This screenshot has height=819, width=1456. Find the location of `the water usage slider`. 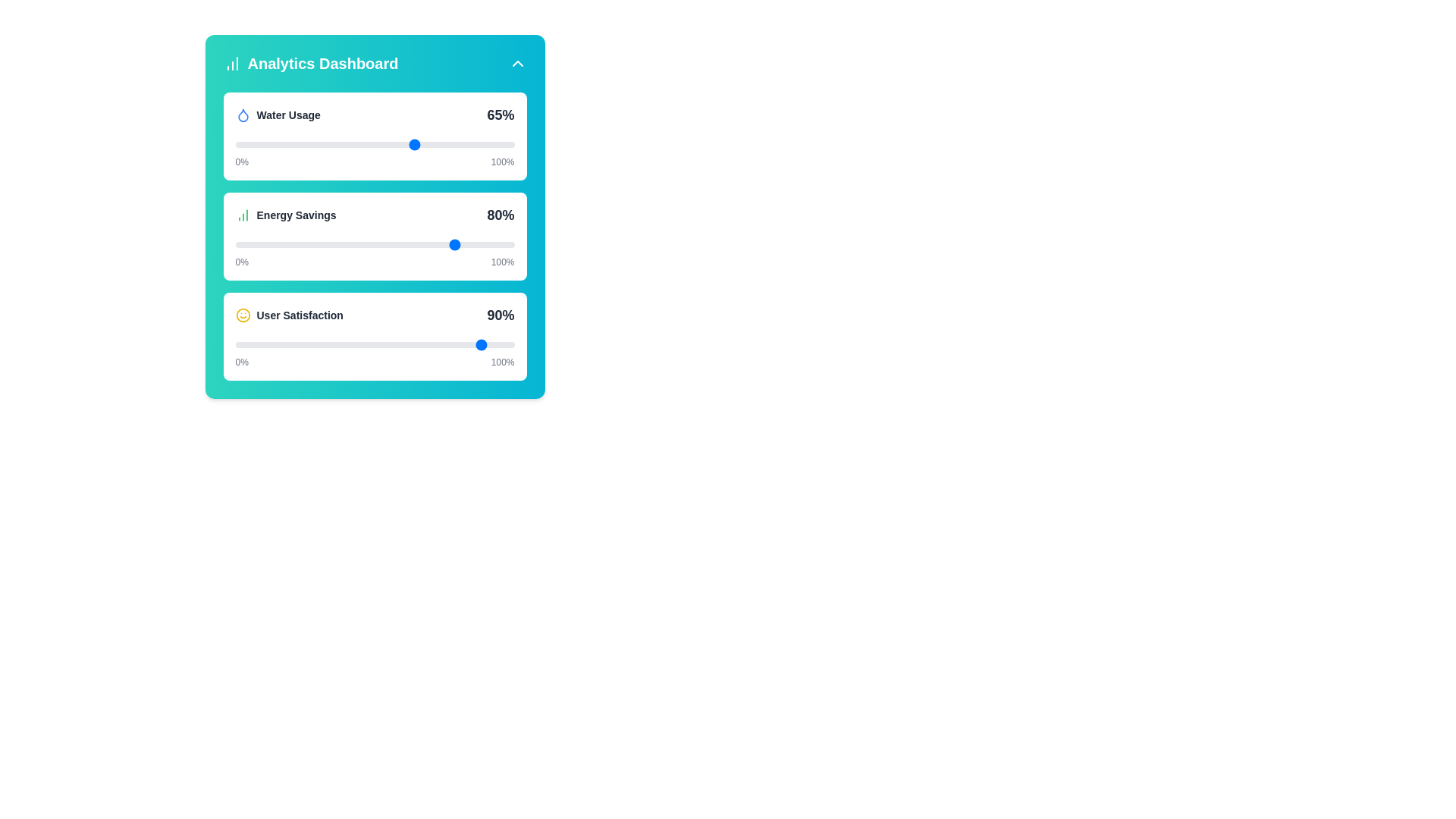

the water usage slider is located at coordinates (309, 145).